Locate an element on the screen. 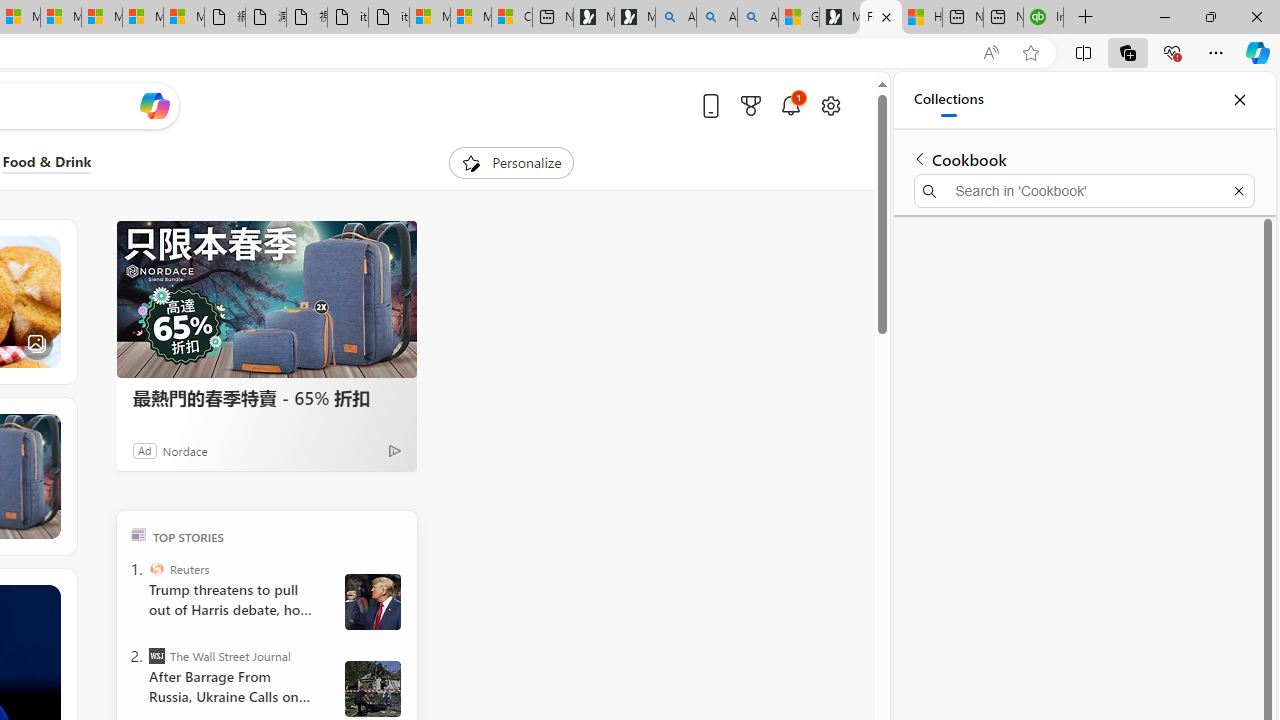 The height and width of the screenshot is (720, 1280). 'Intuit QuickBooks Online - Quickbooks' is located at coordinates (1042, 17).